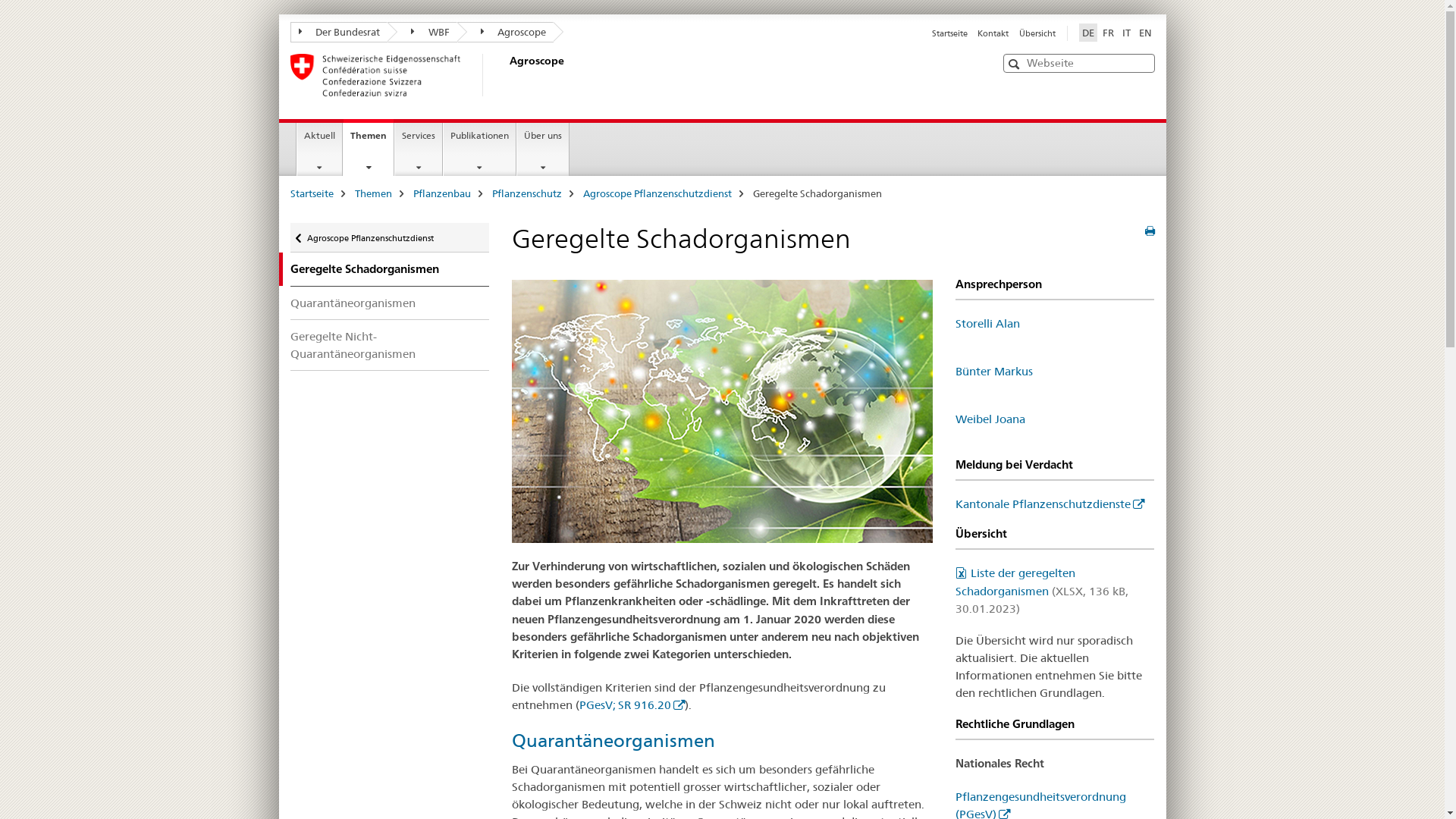  What do you see at coordinates (949, 33) in the screenshot?
I see `'Startseite'` at bounding box center [949, 33].